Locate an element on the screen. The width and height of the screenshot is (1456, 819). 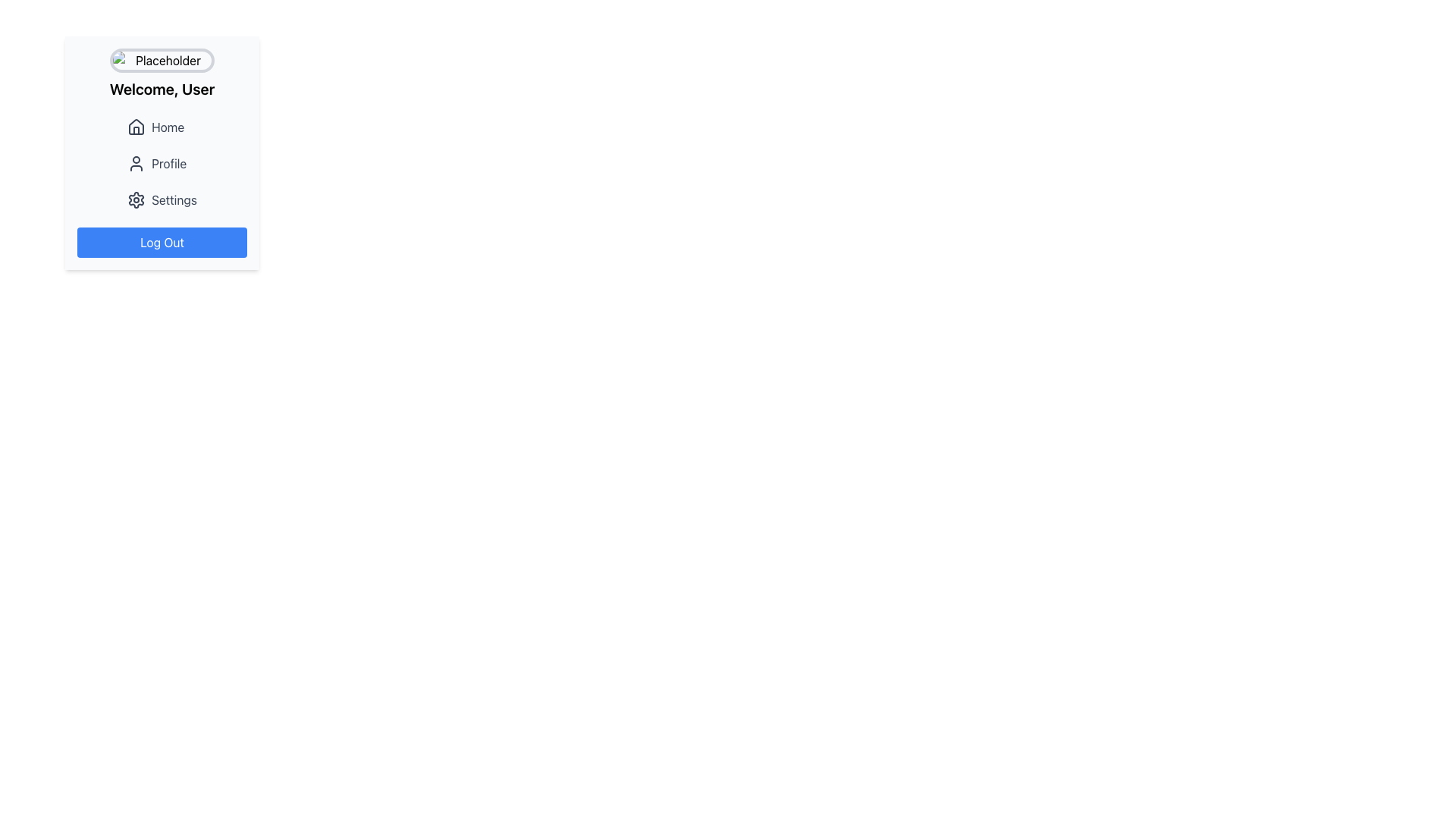
greeting message displayed in bold text saying 'Welcome, User', which is centrally aligned below an image is located at coordinates (162, 89).